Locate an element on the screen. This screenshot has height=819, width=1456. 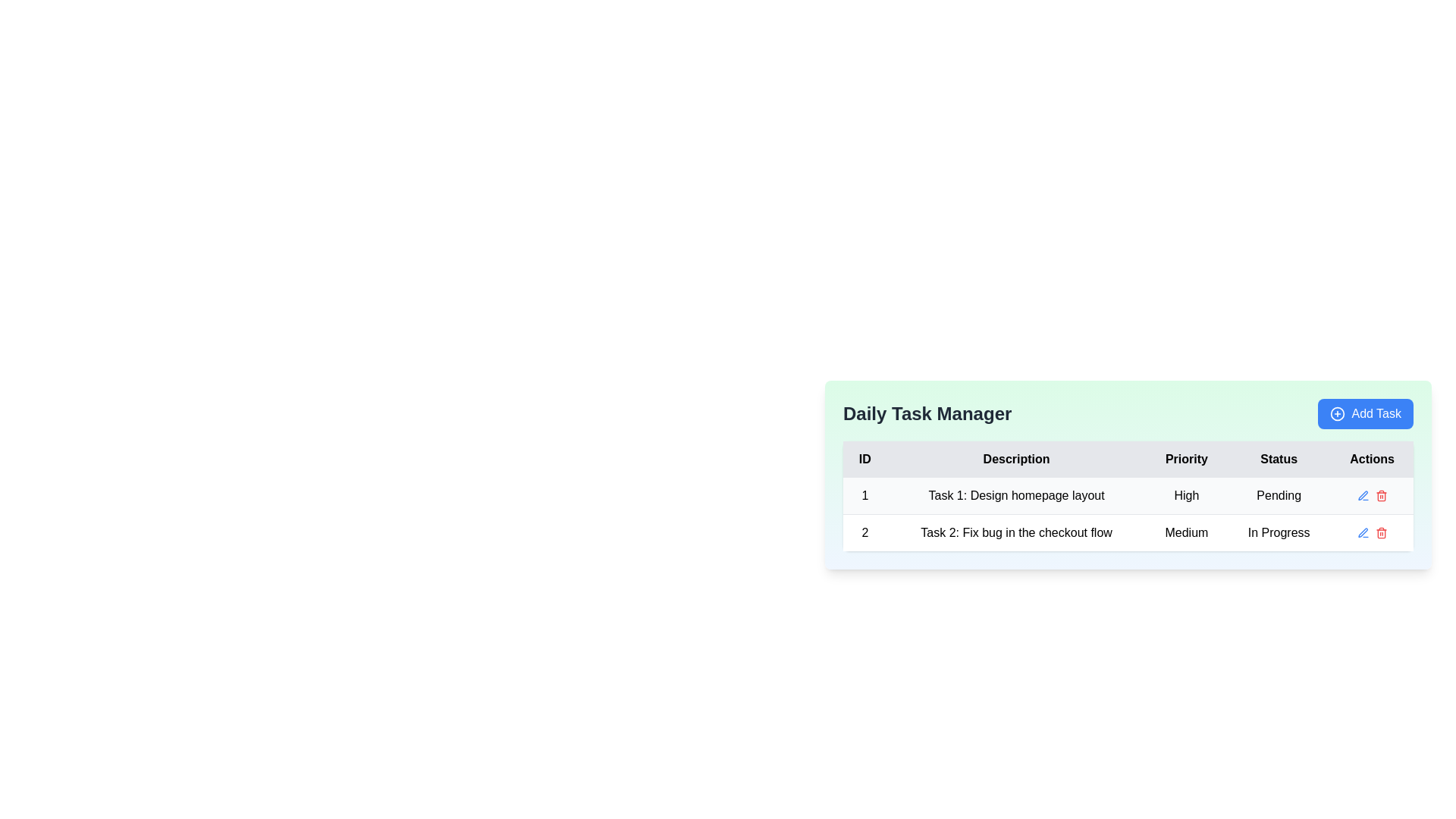
the blue pen icon button in the second row of the table under the 'Actions' column to possibly see a tooltip is located at coordinates (1363, 496).